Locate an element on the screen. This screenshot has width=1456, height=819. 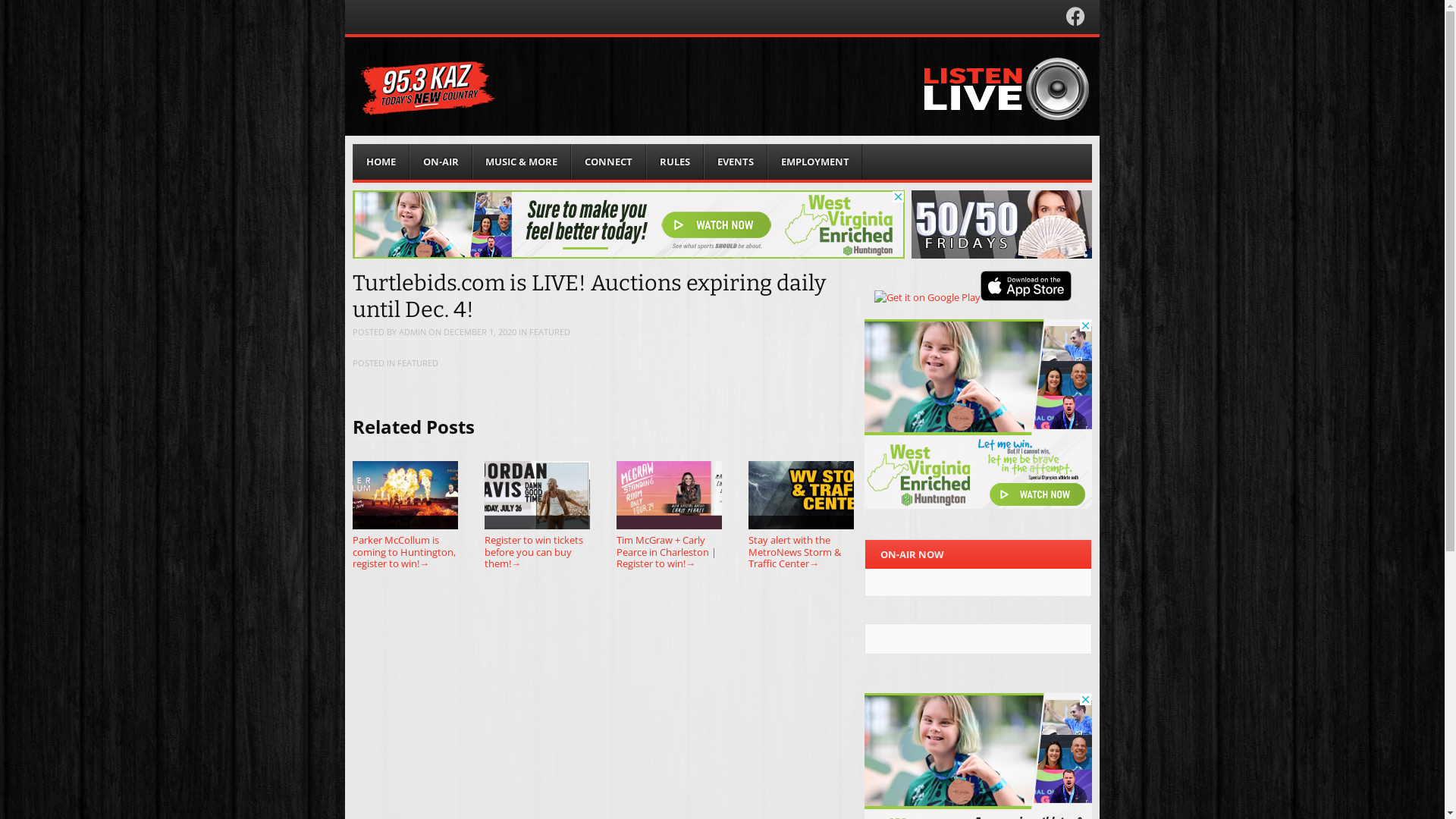
'ON-AIR' is located at coordinates (440, 162).